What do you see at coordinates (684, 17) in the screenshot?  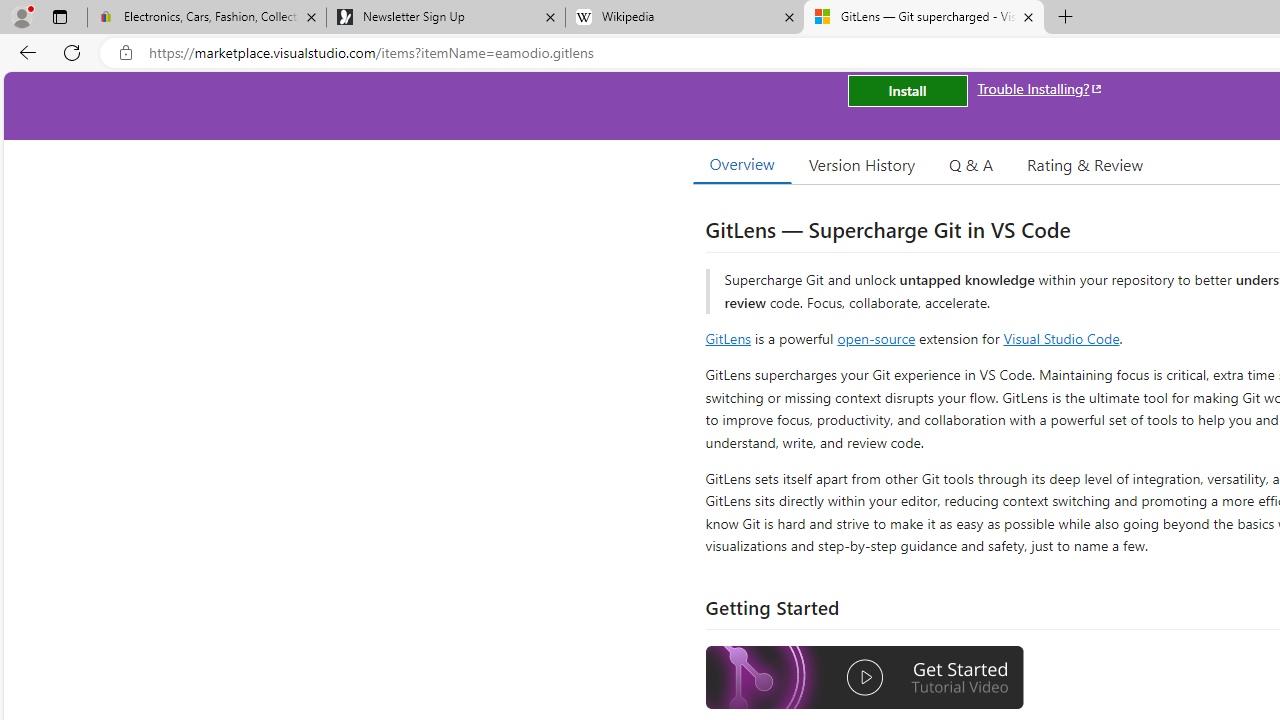 I see `'Wikipedia'` at bounding box center [684, 17].